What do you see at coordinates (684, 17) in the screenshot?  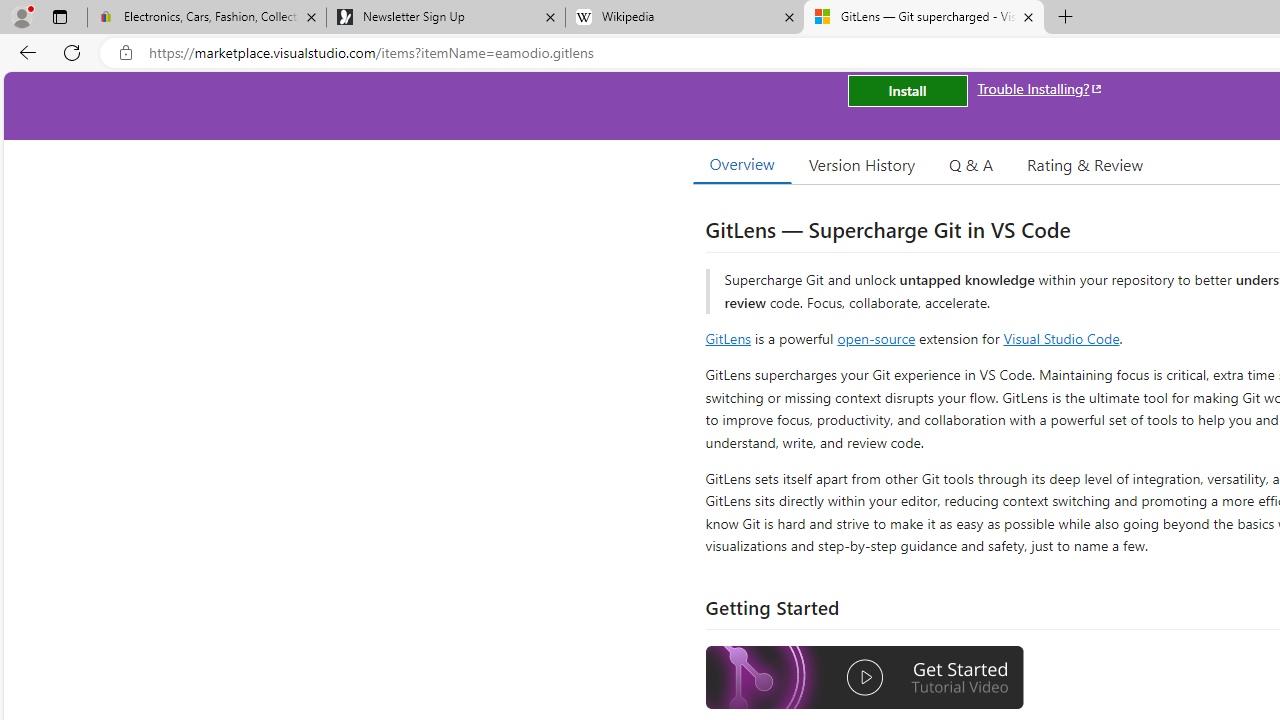 I see `'Wikipedia'` at bounding box center [684, 17].